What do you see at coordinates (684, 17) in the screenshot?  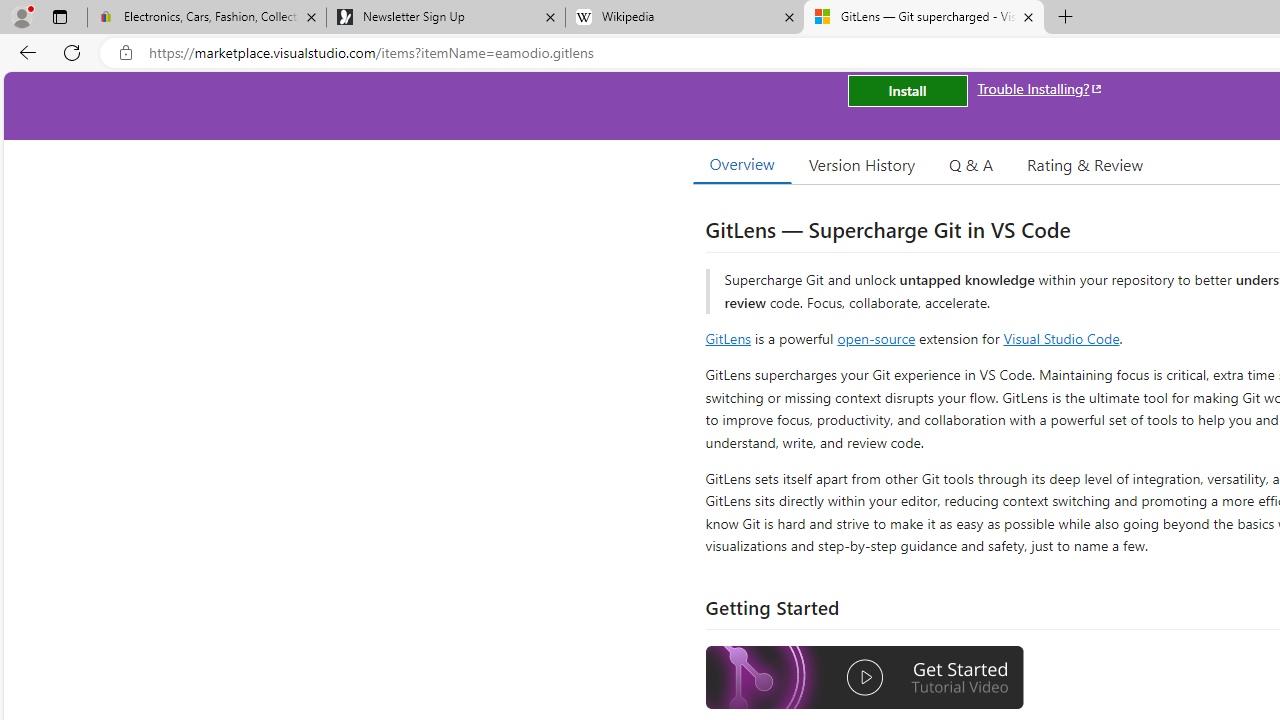 I see `'Wikipedia'` at bounding box center [684, 17].